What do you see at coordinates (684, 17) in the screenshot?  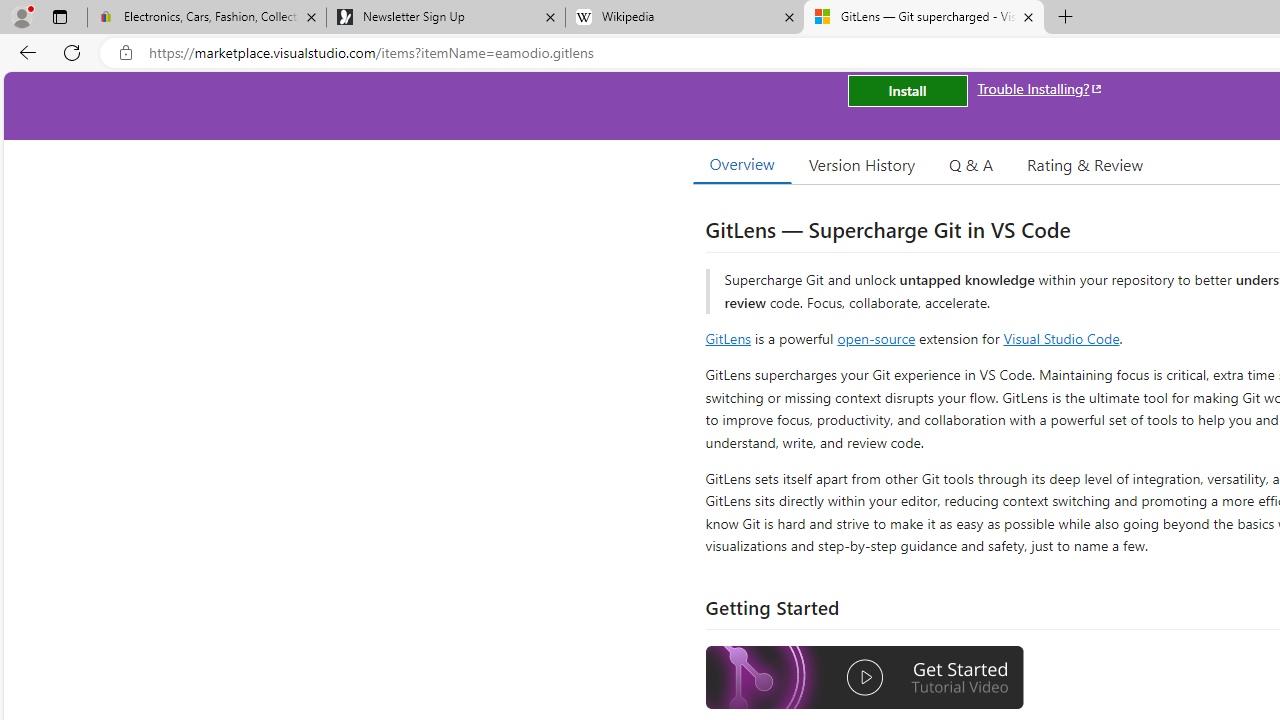 I see `'Wikipedia'` at bounding box center [684, 17].